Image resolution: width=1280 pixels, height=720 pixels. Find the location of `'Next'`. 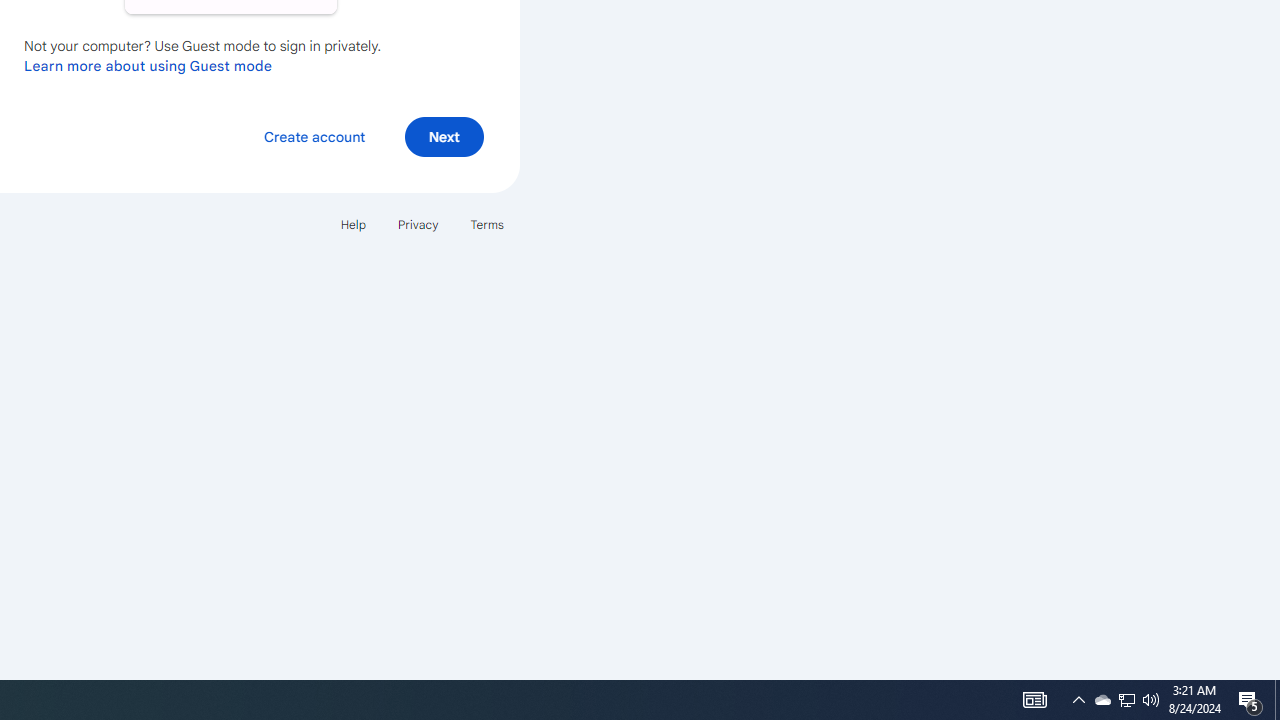

'Next' is located at coordinates (443, 135).